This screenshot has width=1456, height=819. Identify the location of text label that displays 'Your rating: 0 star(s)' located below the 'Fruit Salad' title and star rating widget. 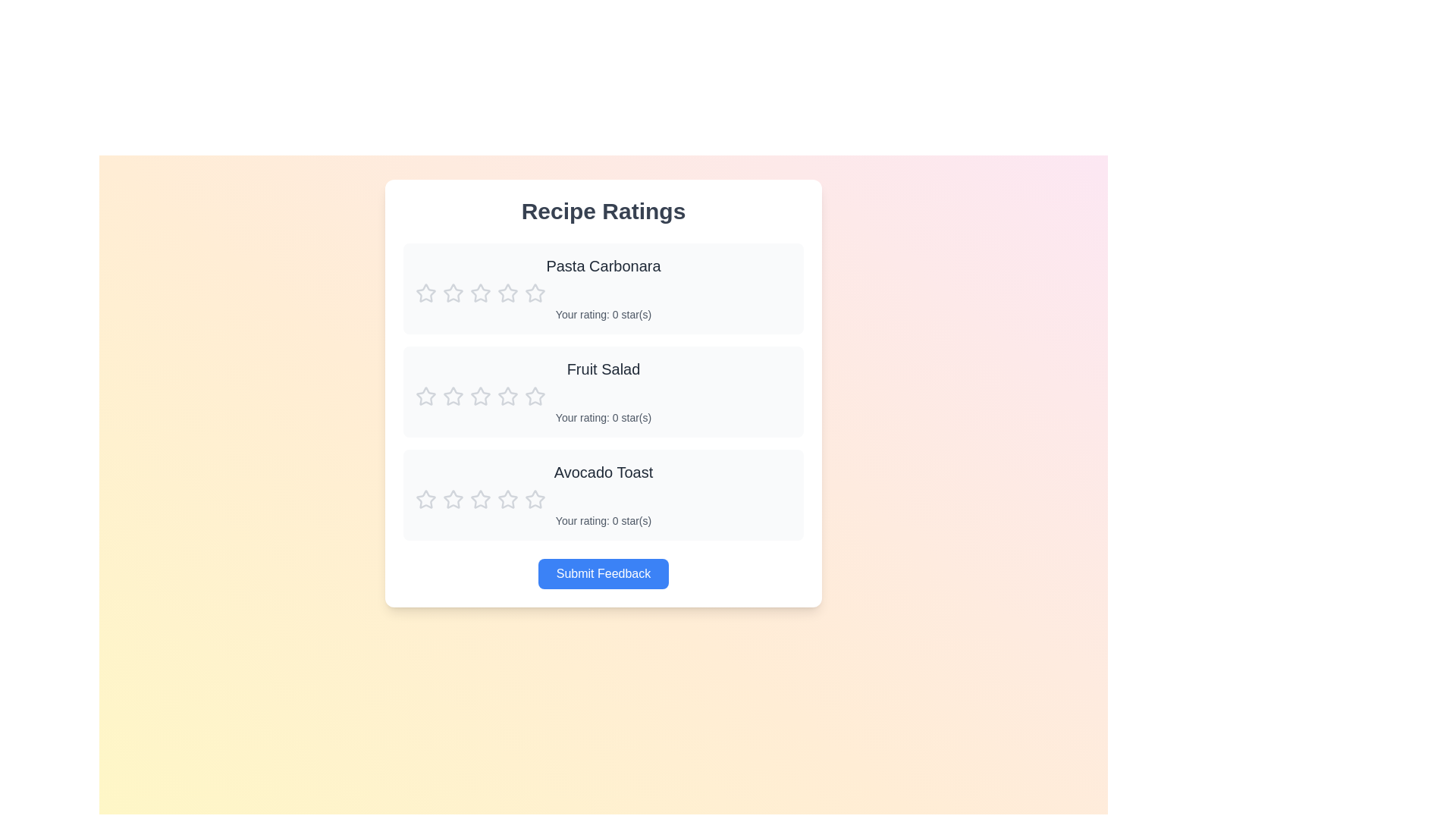
(603, 418).